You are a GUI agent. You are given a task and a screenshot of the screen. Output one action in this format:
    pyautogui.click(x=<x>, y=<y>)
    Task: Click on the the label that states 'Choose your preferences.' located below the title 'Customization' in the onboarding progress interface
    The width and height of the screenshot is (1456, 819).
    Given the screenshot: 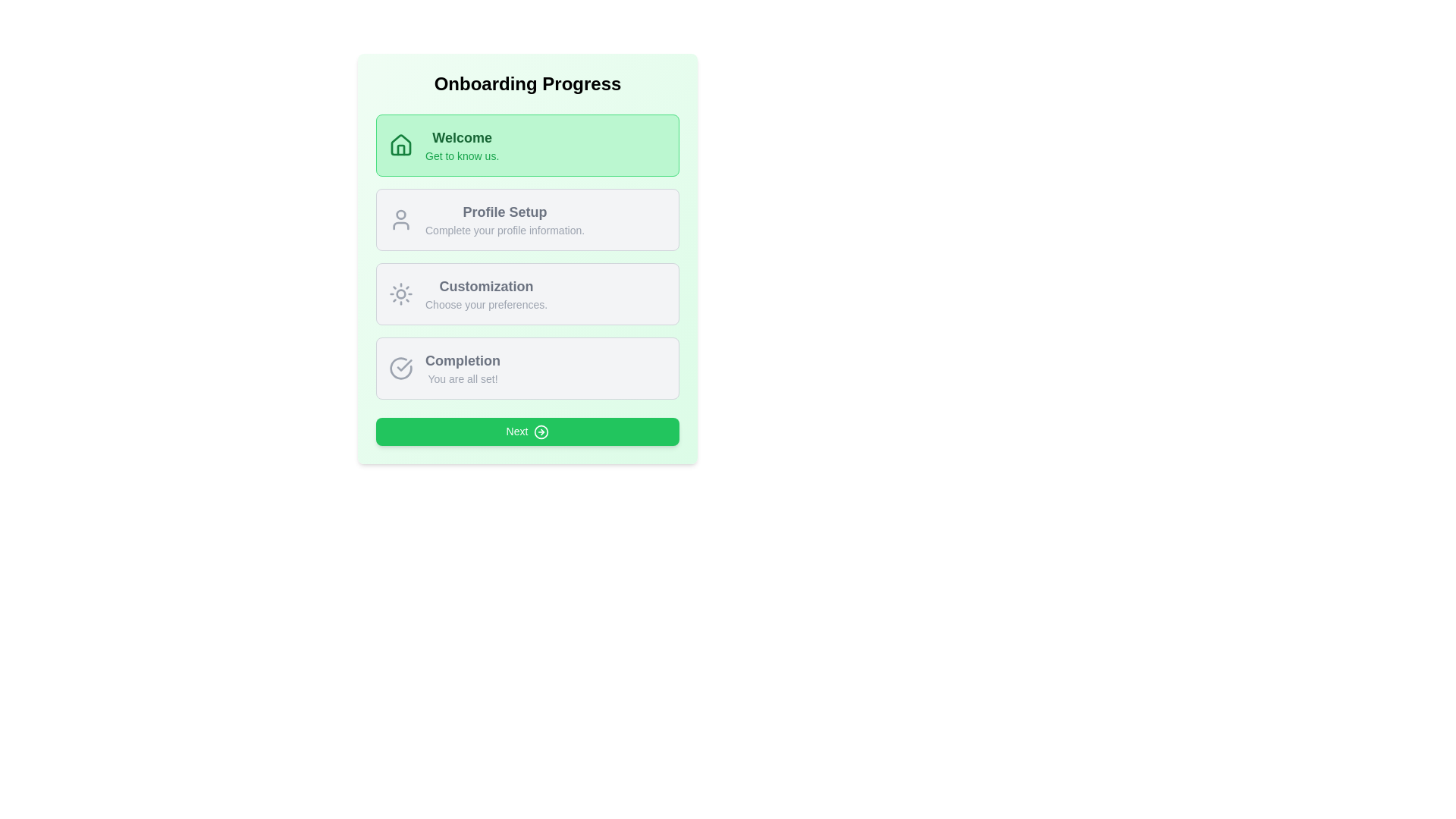 What is the action you would take?
    pyautogui.click(x=486, y=304)
    